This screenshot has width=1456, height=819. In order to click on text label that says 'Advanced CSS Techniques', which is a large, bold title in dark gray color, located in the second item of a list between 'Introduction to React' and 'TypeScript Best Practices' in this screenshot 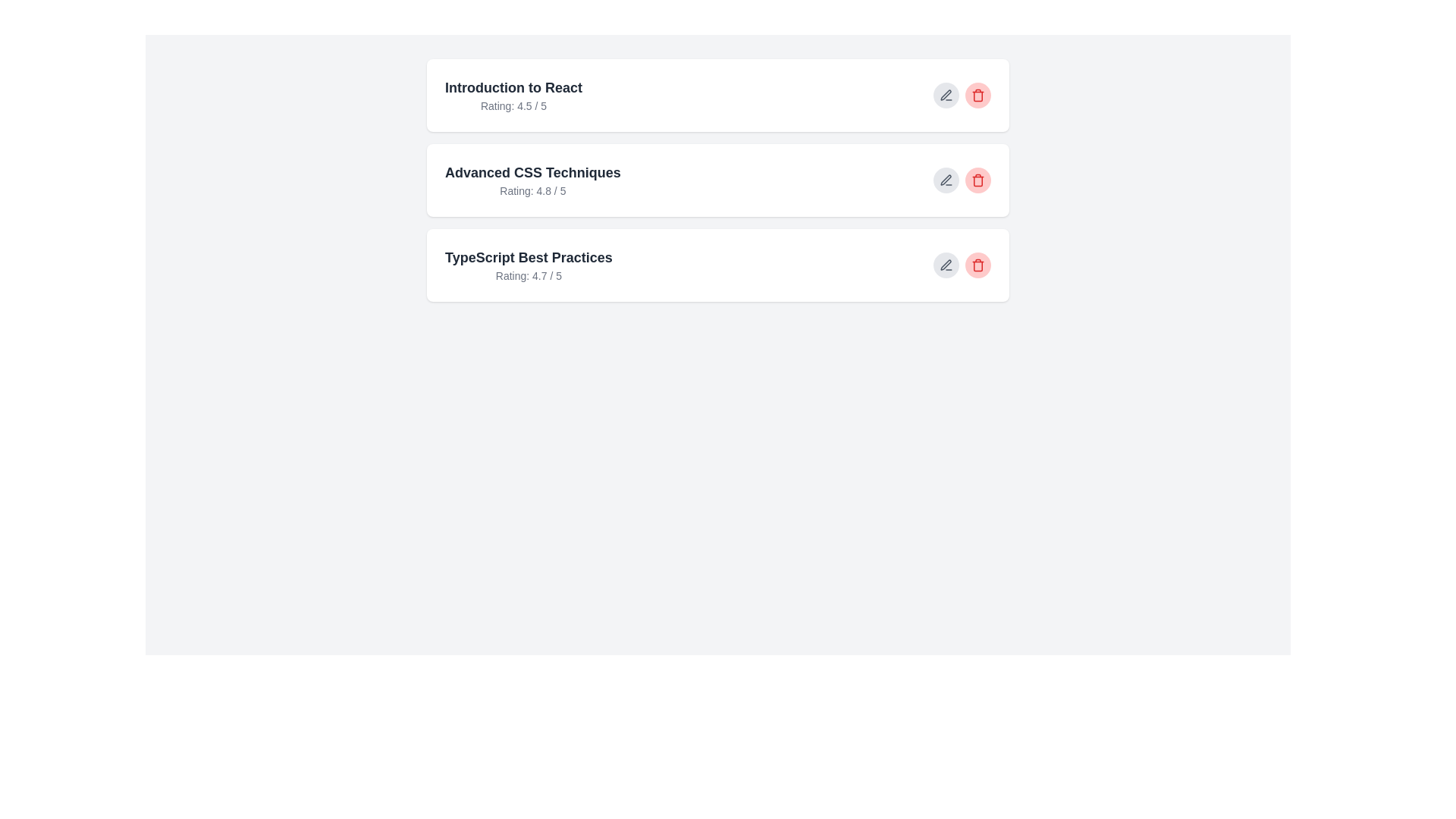, I will do `click(532, 171)`.